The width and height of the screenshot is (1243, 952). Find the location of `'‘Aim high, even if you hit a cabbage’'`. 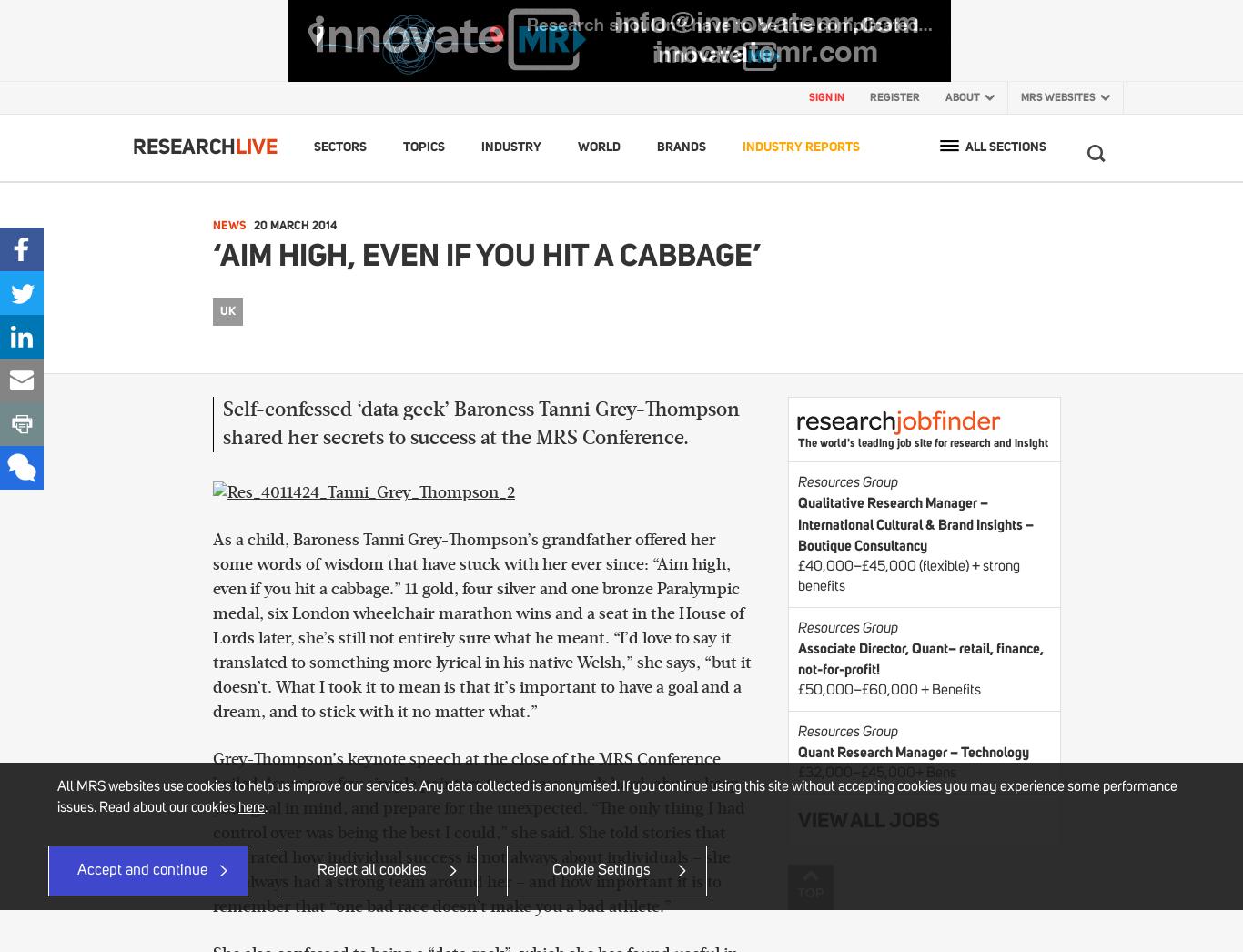

'‘Aim high, even if you hit a cabbage’' is located at coordinates (487, 255).